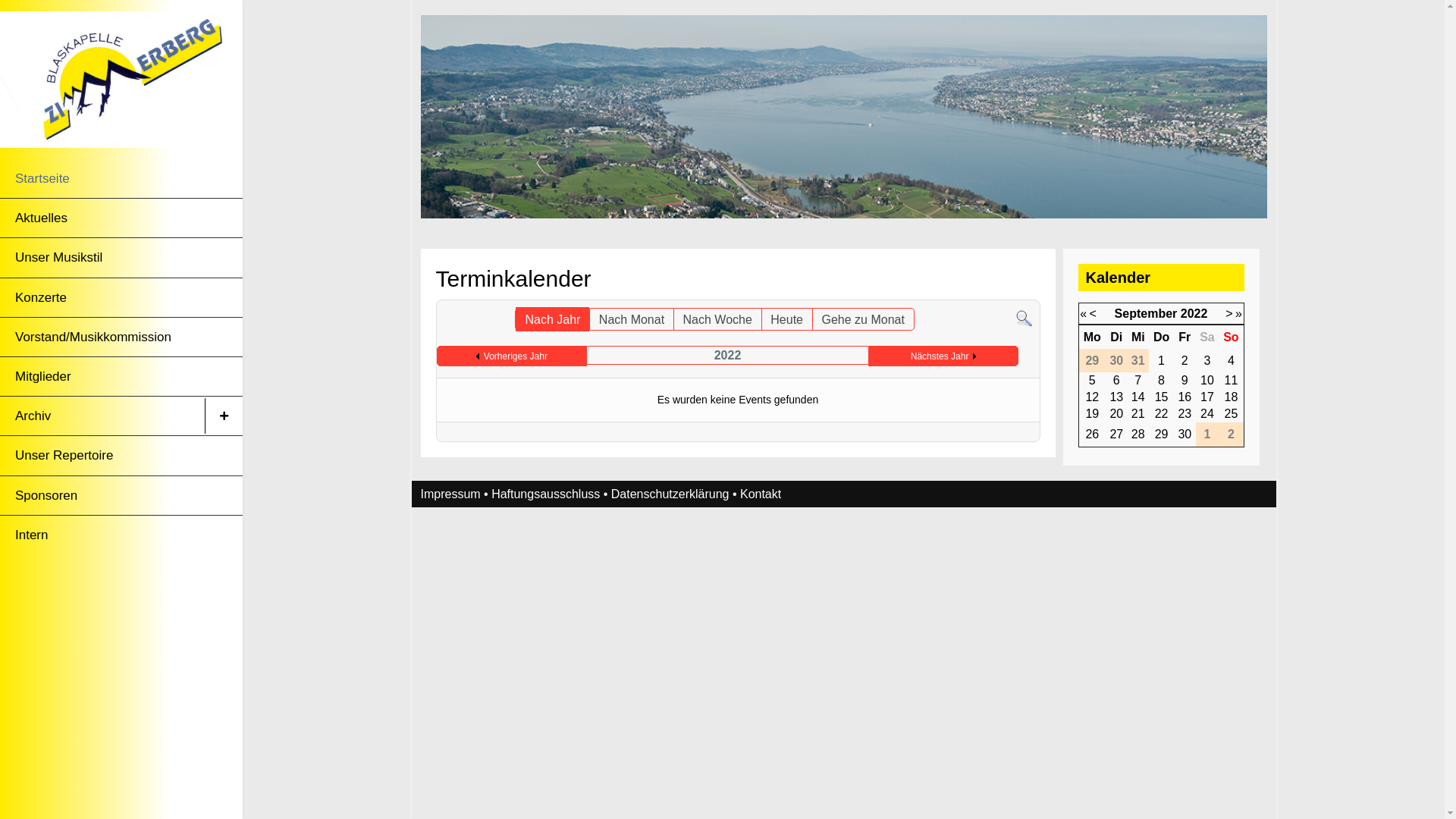 The width and height of the screenshot is (1456, 819). I want to click on 'Haftungsausschluss', so click(545, 494).